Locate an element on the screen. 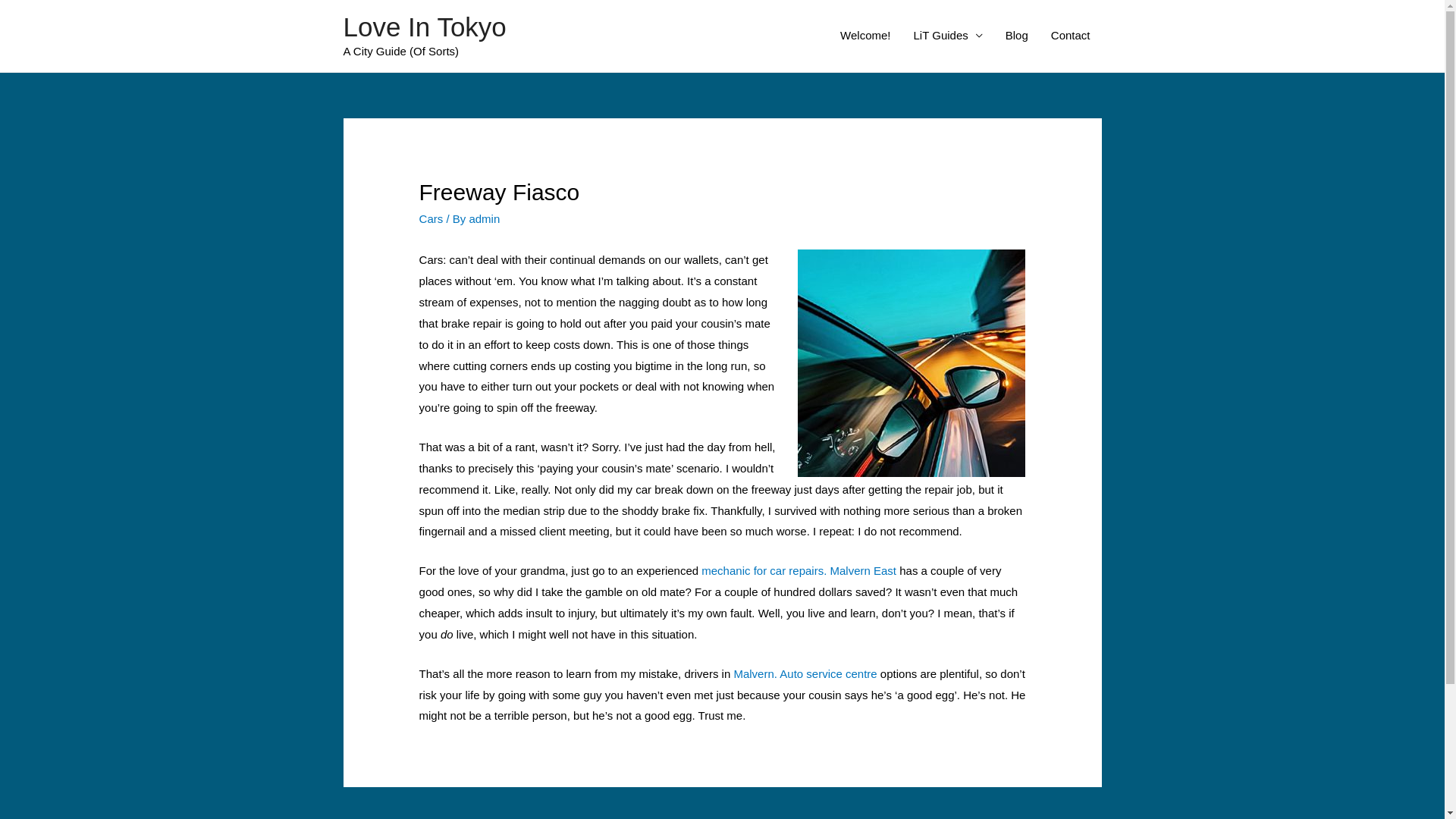 The height and width of the screenshot is (819, 1456). 'Cars' is located at coordinates (419, 218).